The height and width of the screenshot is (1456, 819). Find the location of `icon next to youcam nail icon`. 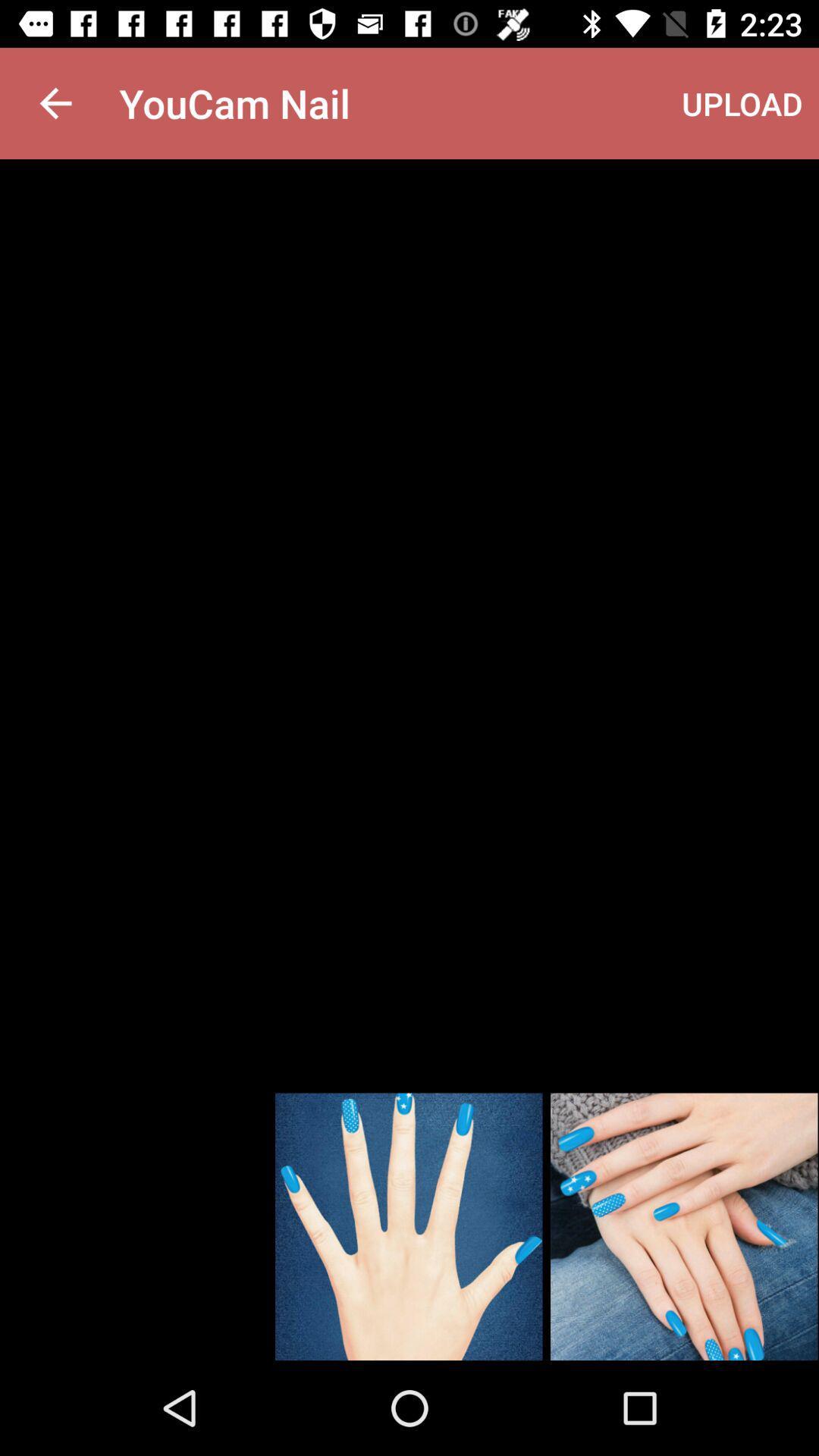

icon next to youcam nail icon is located at coordinates (742, 102).